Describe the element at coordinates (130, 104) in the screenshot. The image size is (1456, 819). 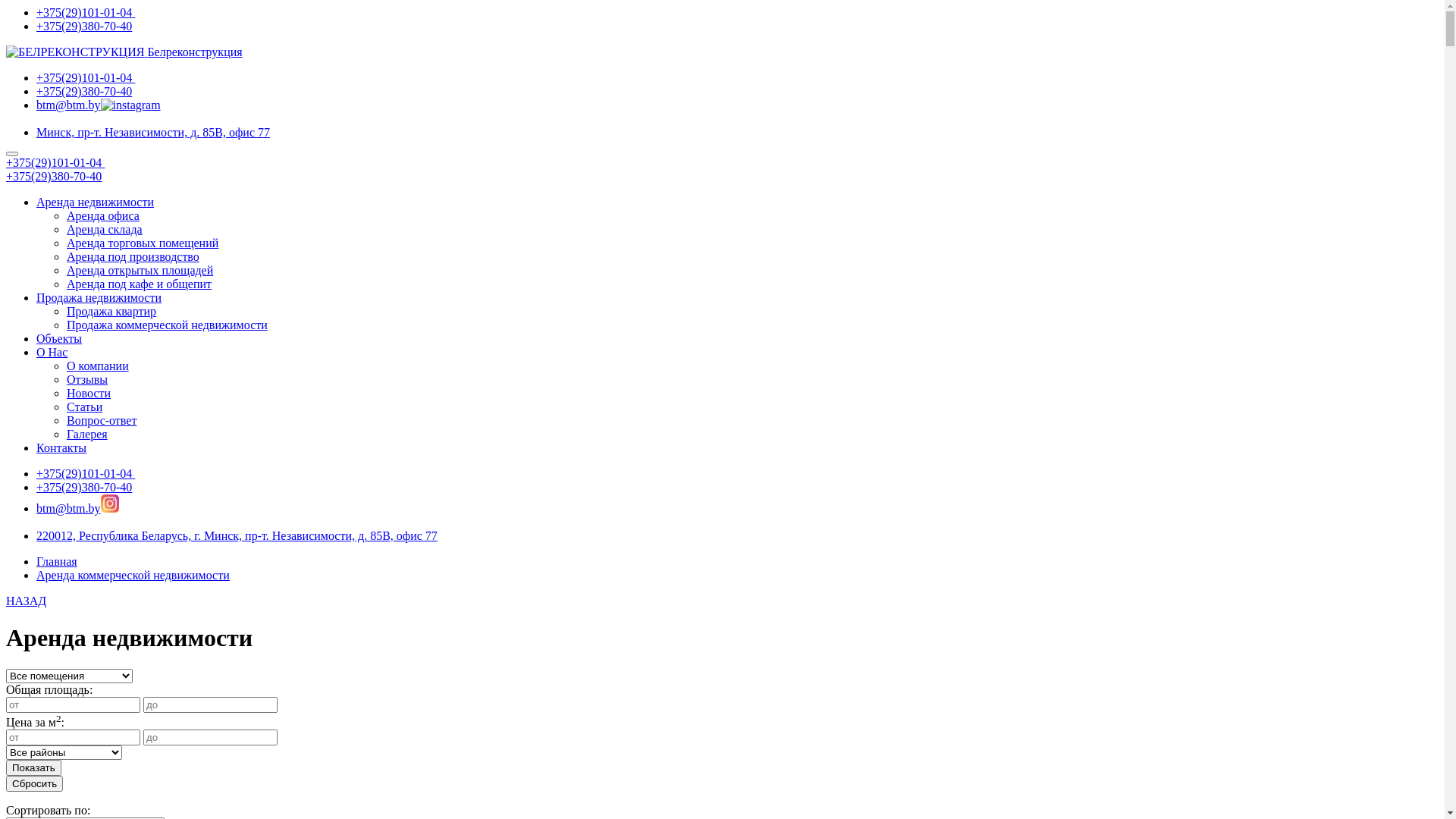
I see `'instagram'` at that location.